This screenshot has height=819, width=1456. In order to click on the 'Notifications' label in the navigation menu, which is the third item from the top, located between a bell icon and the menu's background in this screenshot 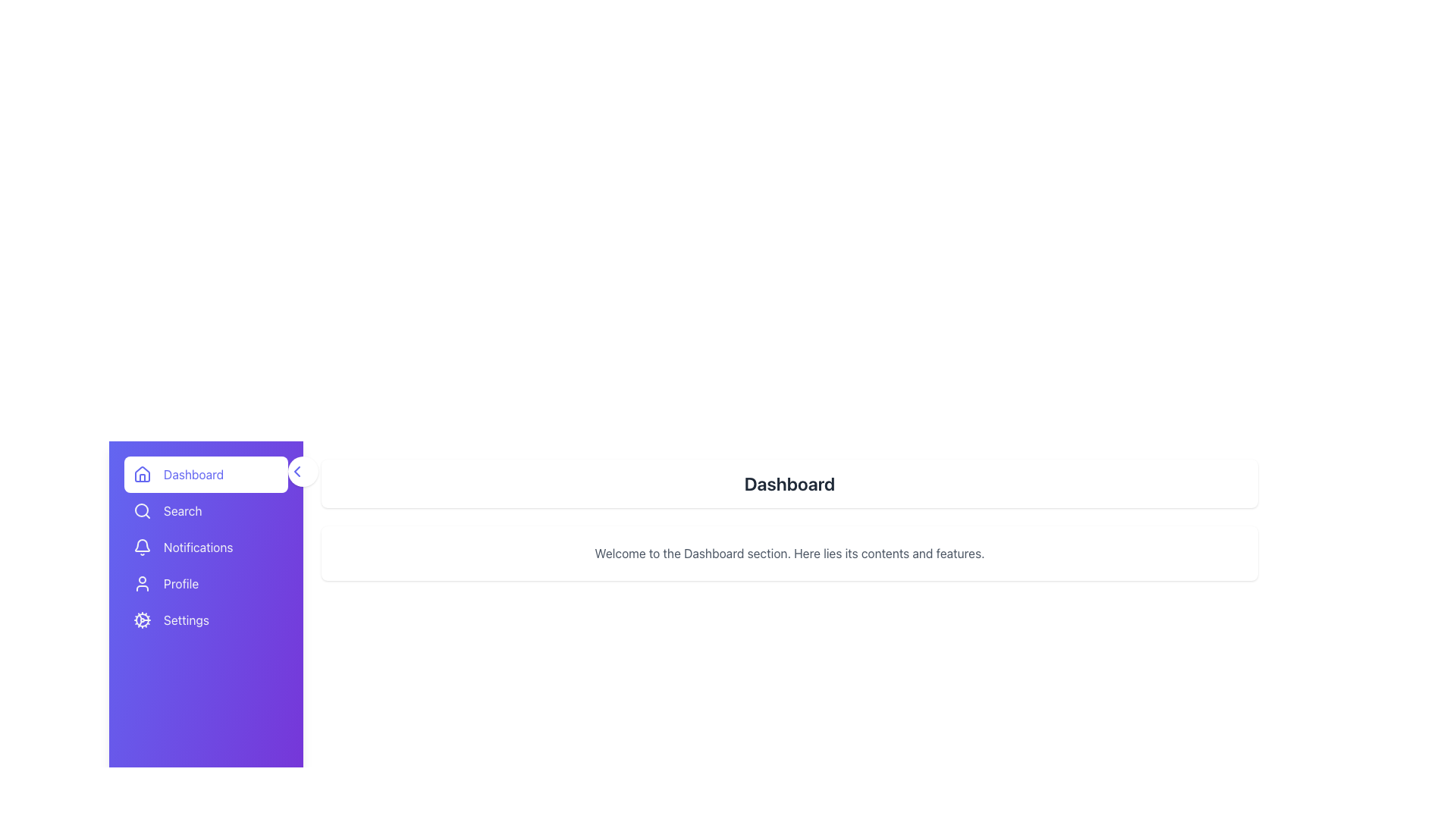, I will do `click(197, 547)`.